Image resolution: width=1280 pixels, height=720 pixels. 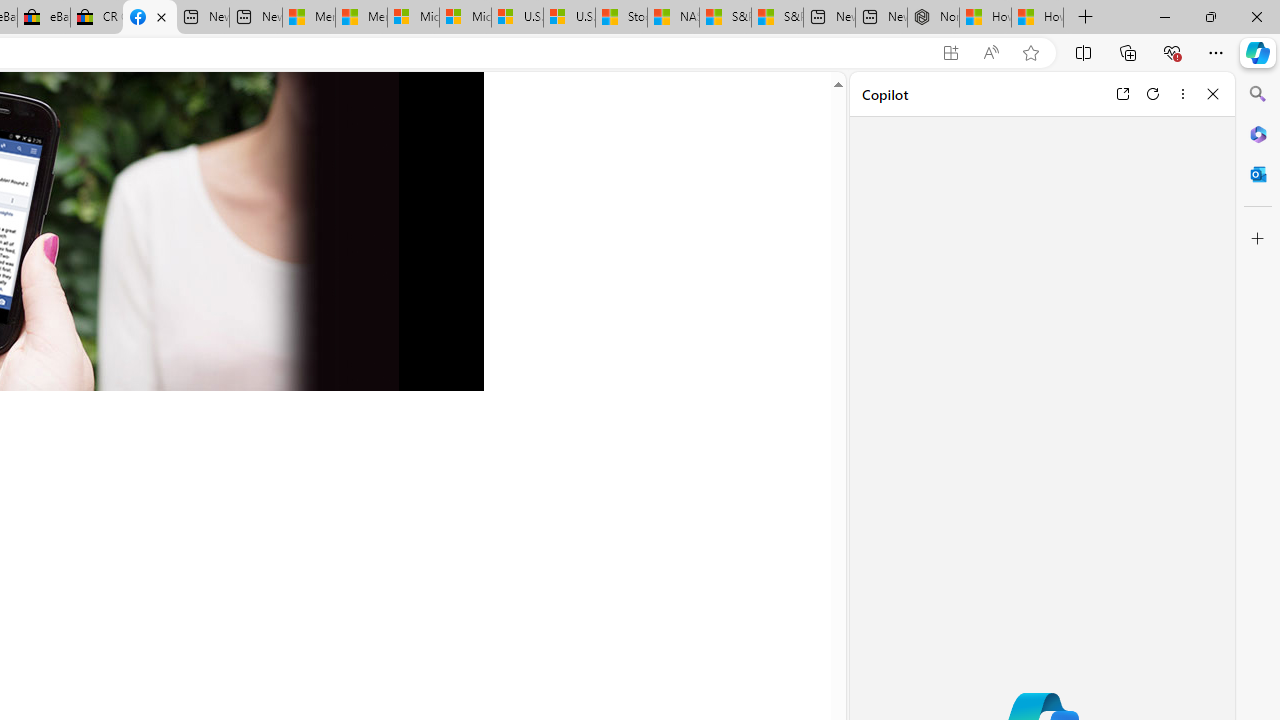 What do you see at coordinates (1257, 133) in the screenshot?
I see `'Microsoft 365'` at bounding box center [1257, 133].